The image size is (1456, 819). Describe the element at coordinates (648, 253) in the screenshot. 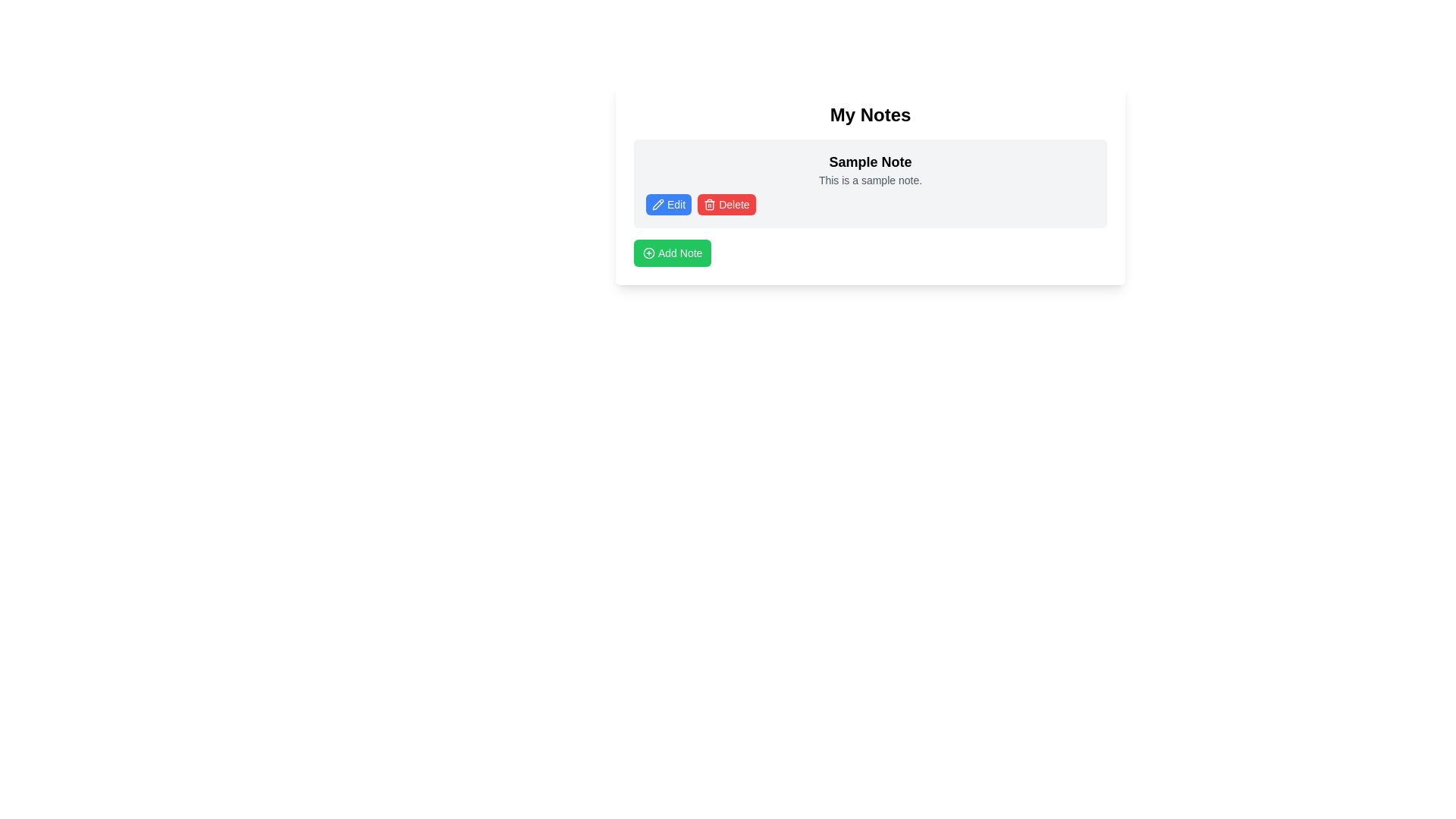

I see `the add note icon, which is a circular icon located on the left side of the 'Add Note' button, near the lower-left corner of the user interface` at that location.